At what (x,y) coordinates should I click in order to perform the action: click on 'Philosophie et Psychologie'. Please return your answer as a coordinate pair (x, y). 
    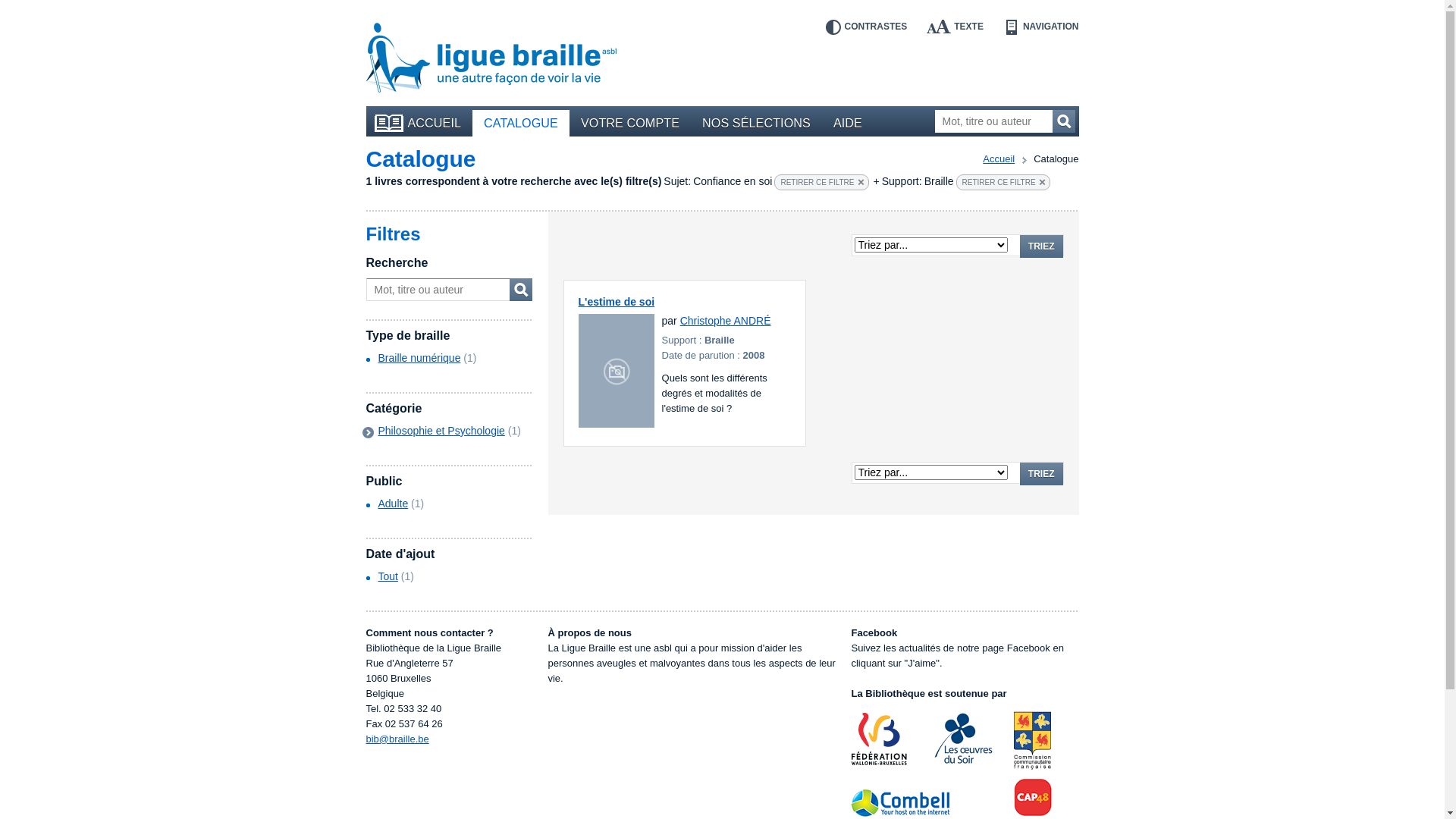
    Looking at the image, I should click on (440, 430).